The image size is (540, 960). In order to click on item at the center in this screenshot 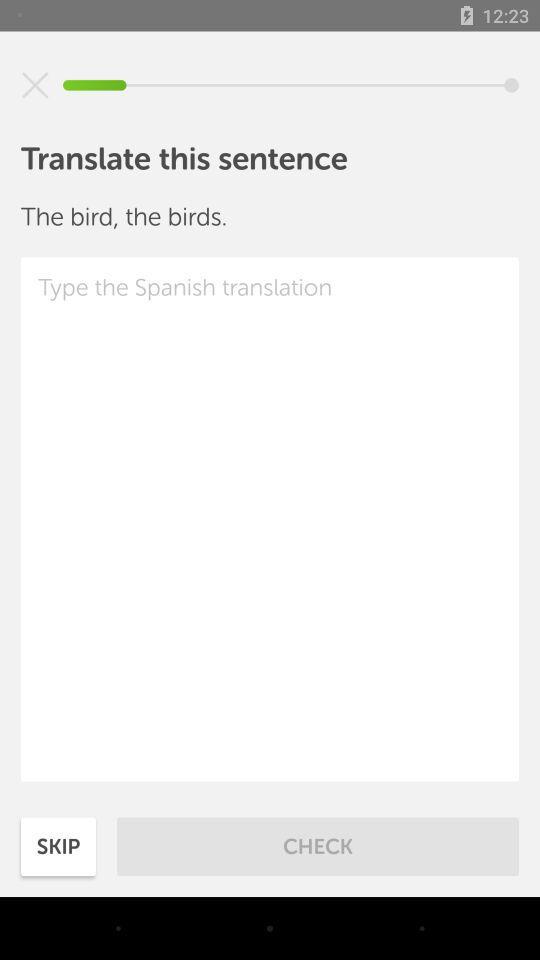, I will do `click(270, 518)`.